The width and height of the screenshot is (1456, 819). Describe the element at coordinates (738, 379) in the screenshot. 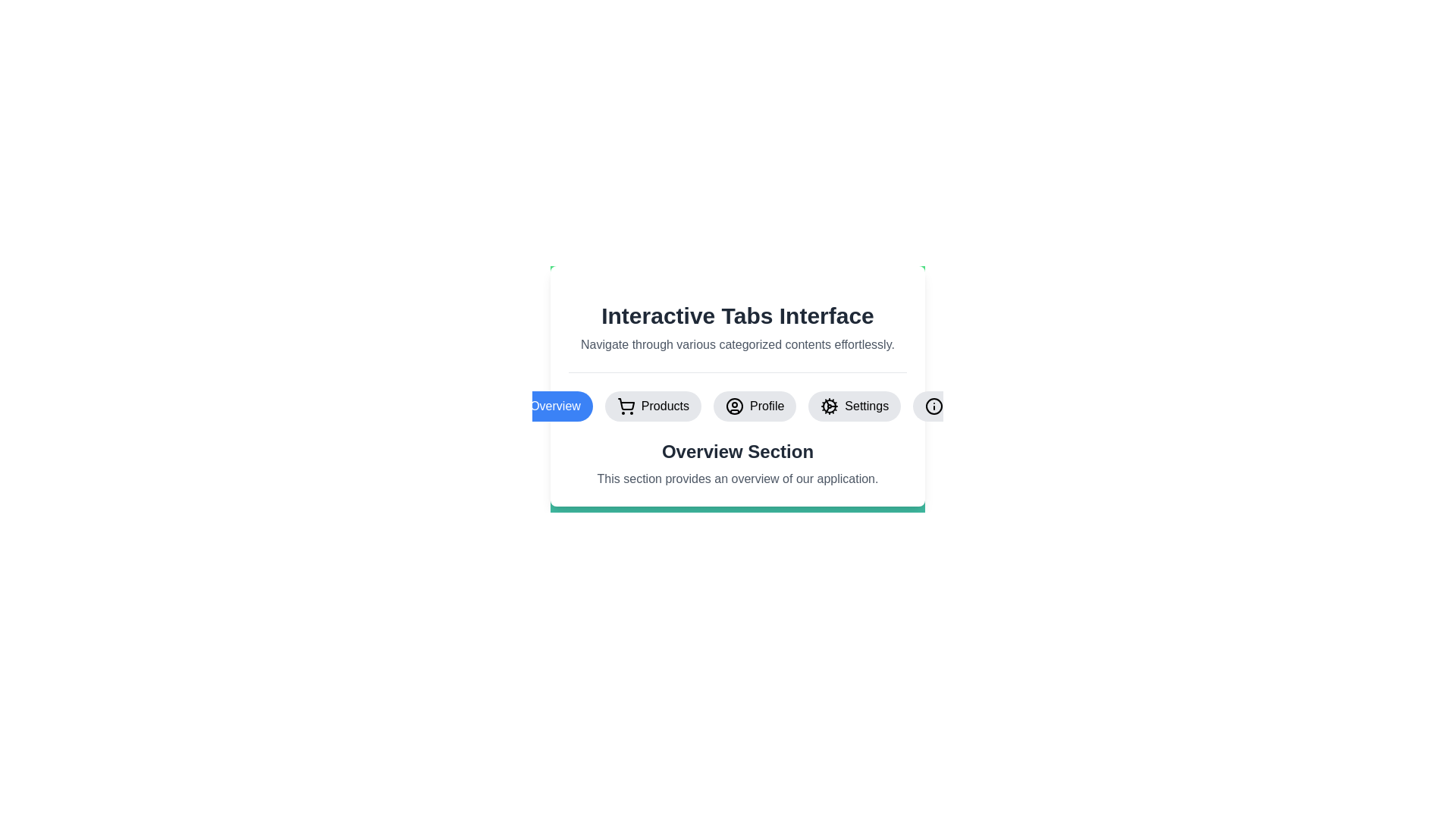

I see `the tab-like buttons in the central panel with a white background` at that location.